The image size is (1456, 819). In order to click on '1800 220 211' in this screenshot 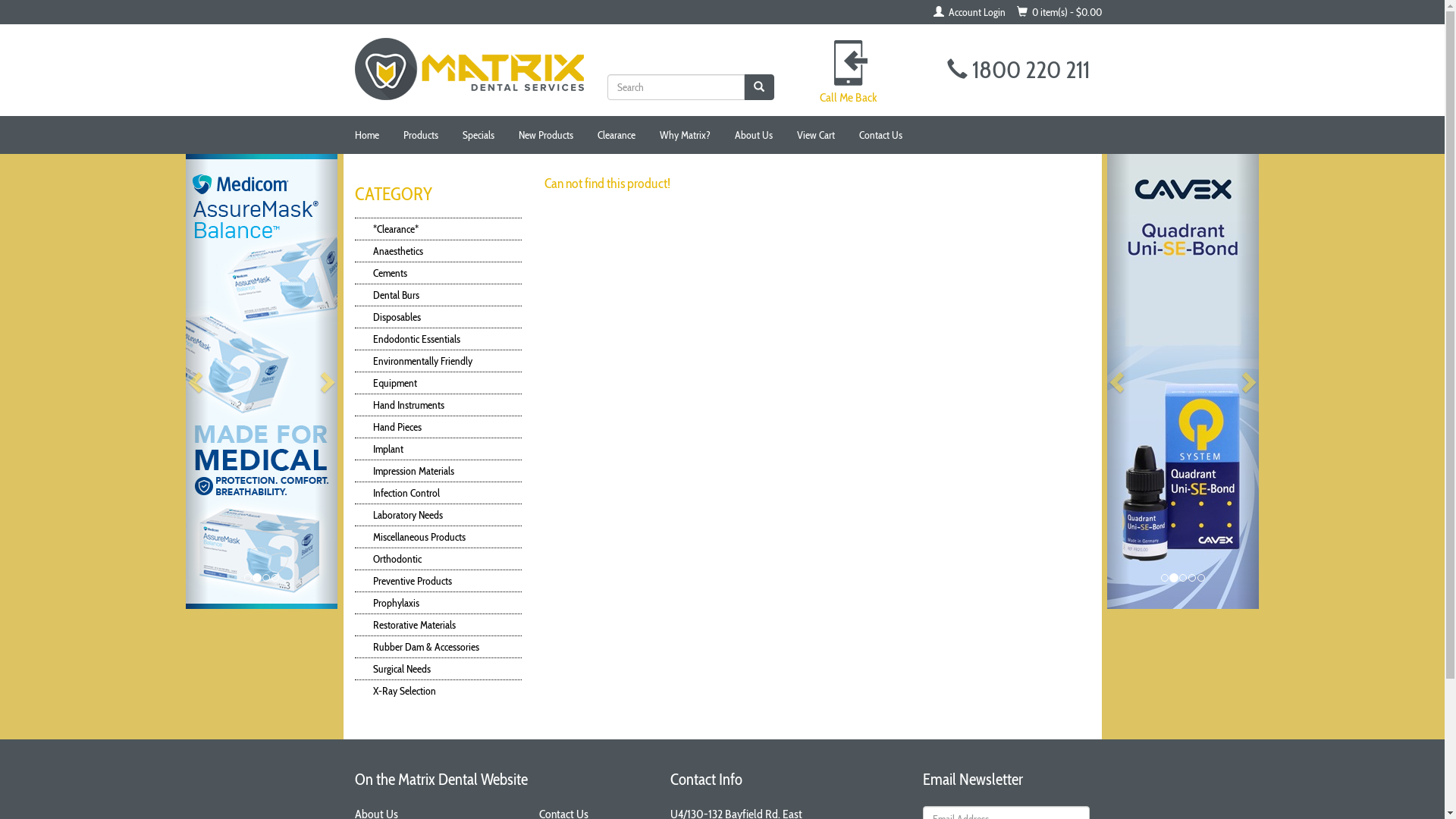, I will do `click(1018, 69)`.